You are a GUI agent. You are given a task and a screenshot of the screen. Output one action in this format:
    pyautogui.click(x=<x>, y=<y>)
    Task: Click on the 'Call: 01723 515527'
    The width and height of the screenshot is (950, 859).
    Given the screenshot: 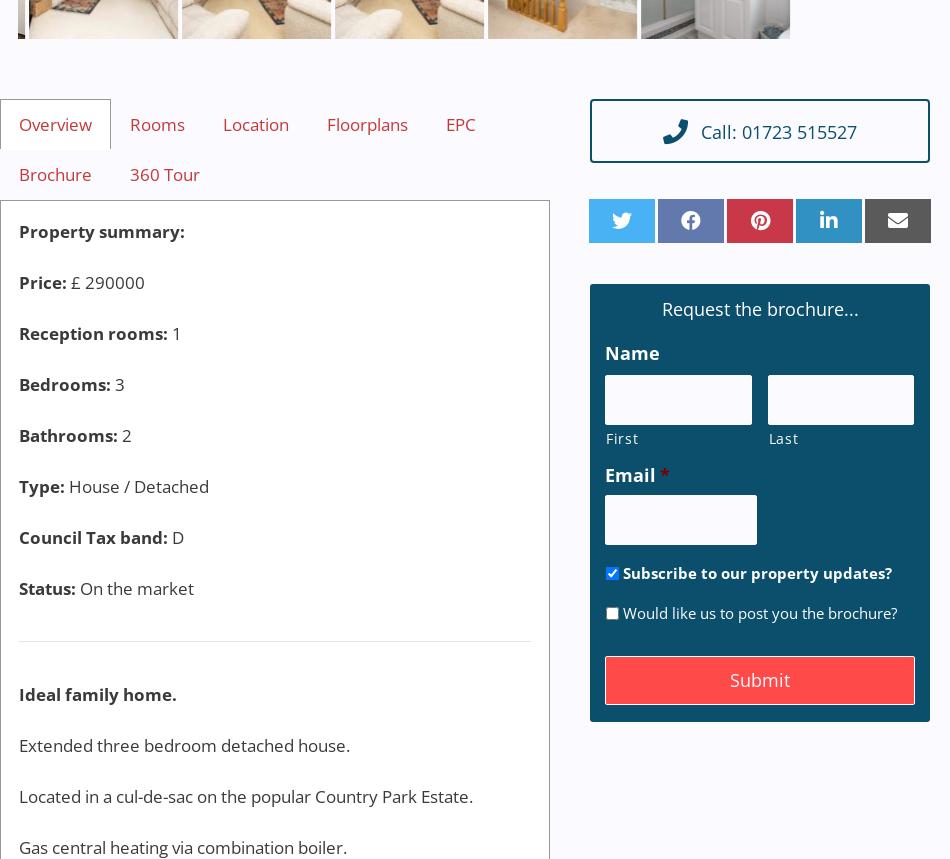 What is the action you would take?
    pyautogui.click(x=778, y=130)
    